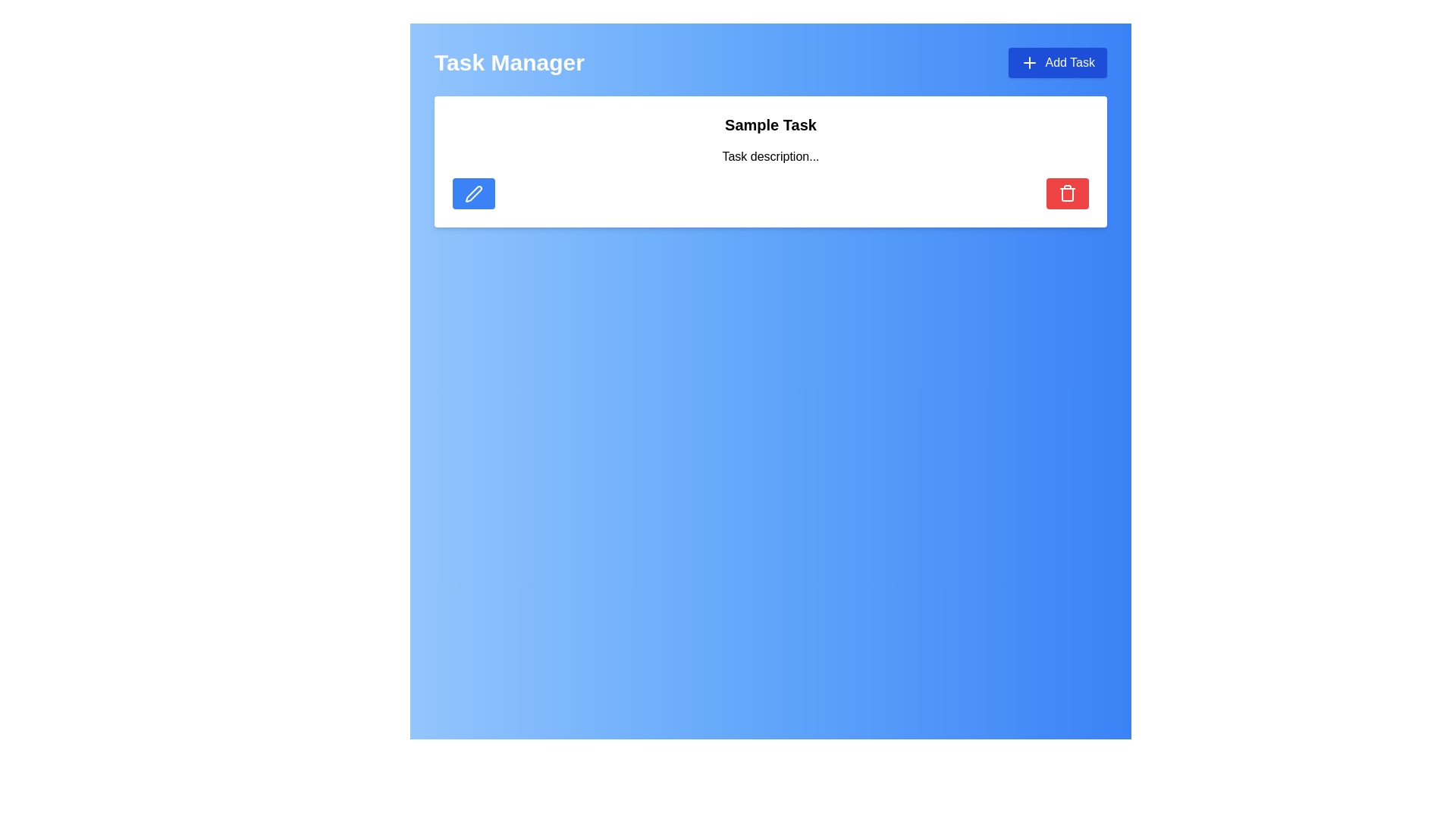 The width and height of the screenshot is (1456, 819). I want to click on the pen icon located within the blue rectangular button on the left side of the task item card to initiate an edit action, so click(472, 192).